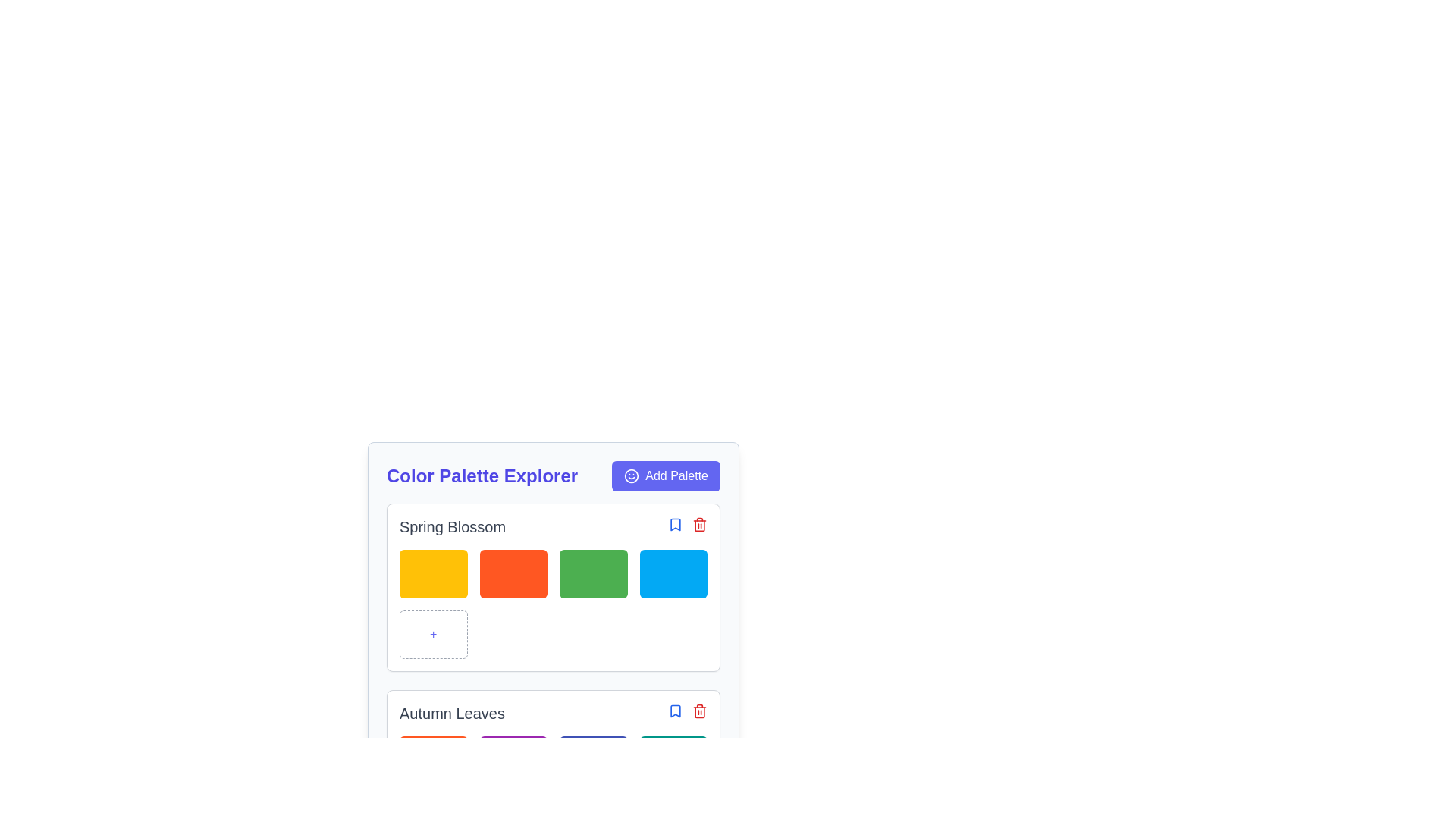  What do you see at coordinates (592, 573) in the screenshot?
I see `the third color swatch in the 'Spring Blossom' section of the 'Color Palette Explorer'` at bounding box center [592, 573].